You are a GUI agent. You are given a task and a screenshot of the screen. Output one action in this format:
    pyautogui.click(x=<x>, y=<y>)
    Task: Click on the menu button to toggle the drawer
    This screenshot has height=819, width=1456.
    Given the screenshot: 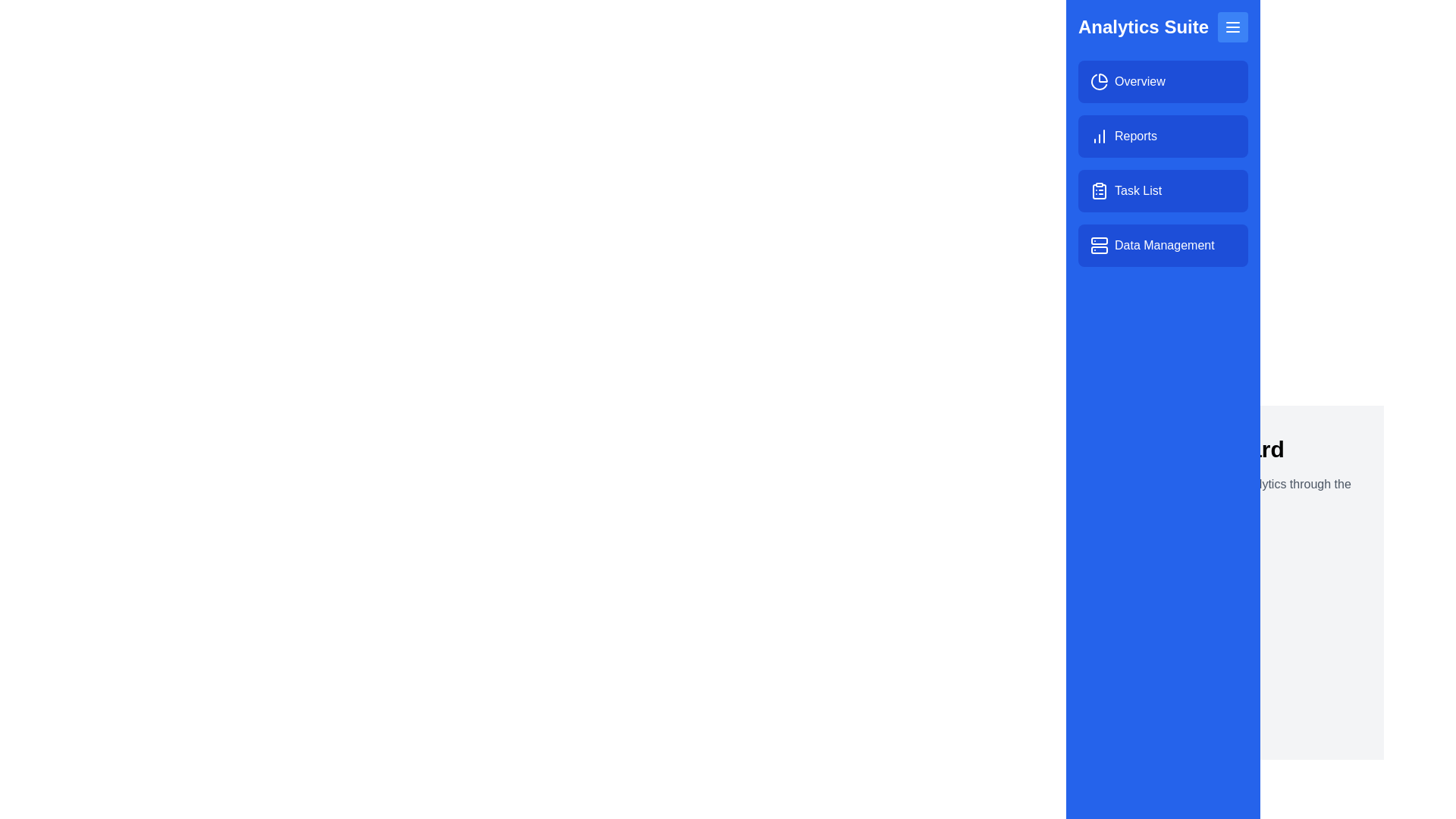 What is the action you would take?
    pyautogui.click(x=1233, y=27)
    